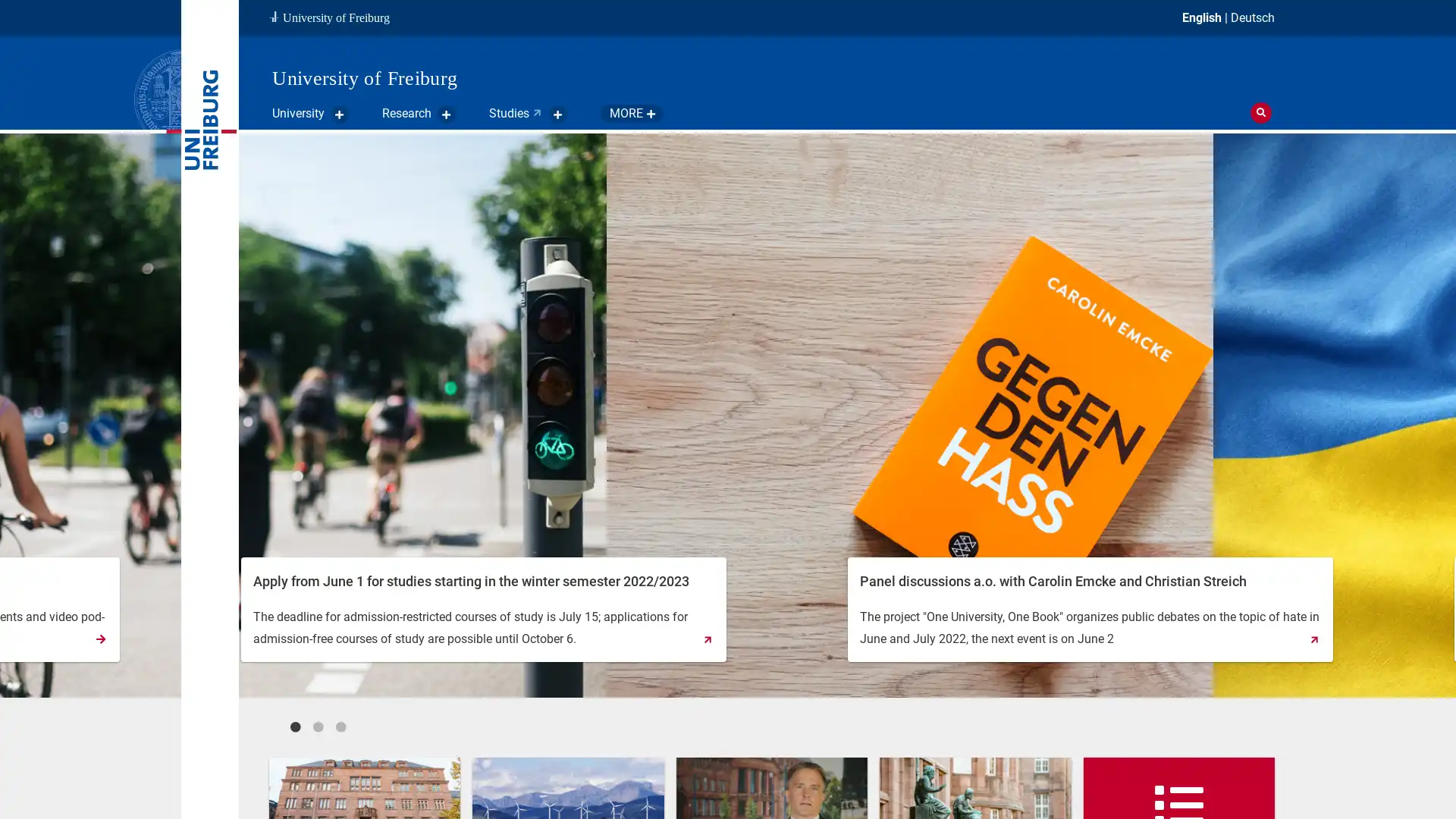 Image resolution: width=1456 pixels, height=819 pixels. What do you see at coordinates (338, 113) in the screenshot?
I see `Open submenu` at bounding box center [338, 113].